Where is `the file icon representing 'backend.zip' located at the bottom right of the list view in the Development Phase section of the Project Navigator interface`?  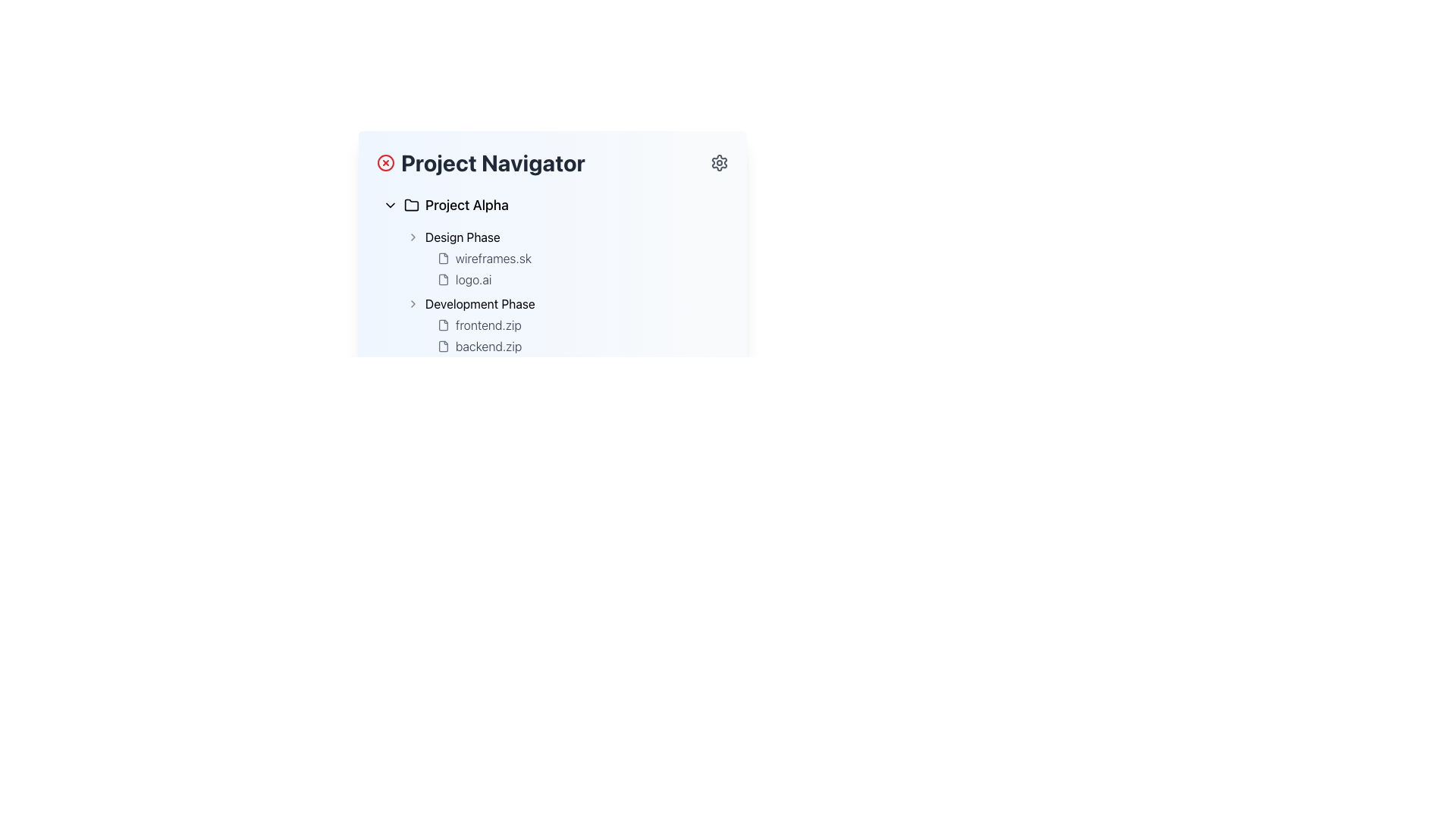
the file icon representing 'backend.zip' located at the bottom right of the list view in the Development Phase section of the Project Navigator interface is located at coordinates (443, 346).